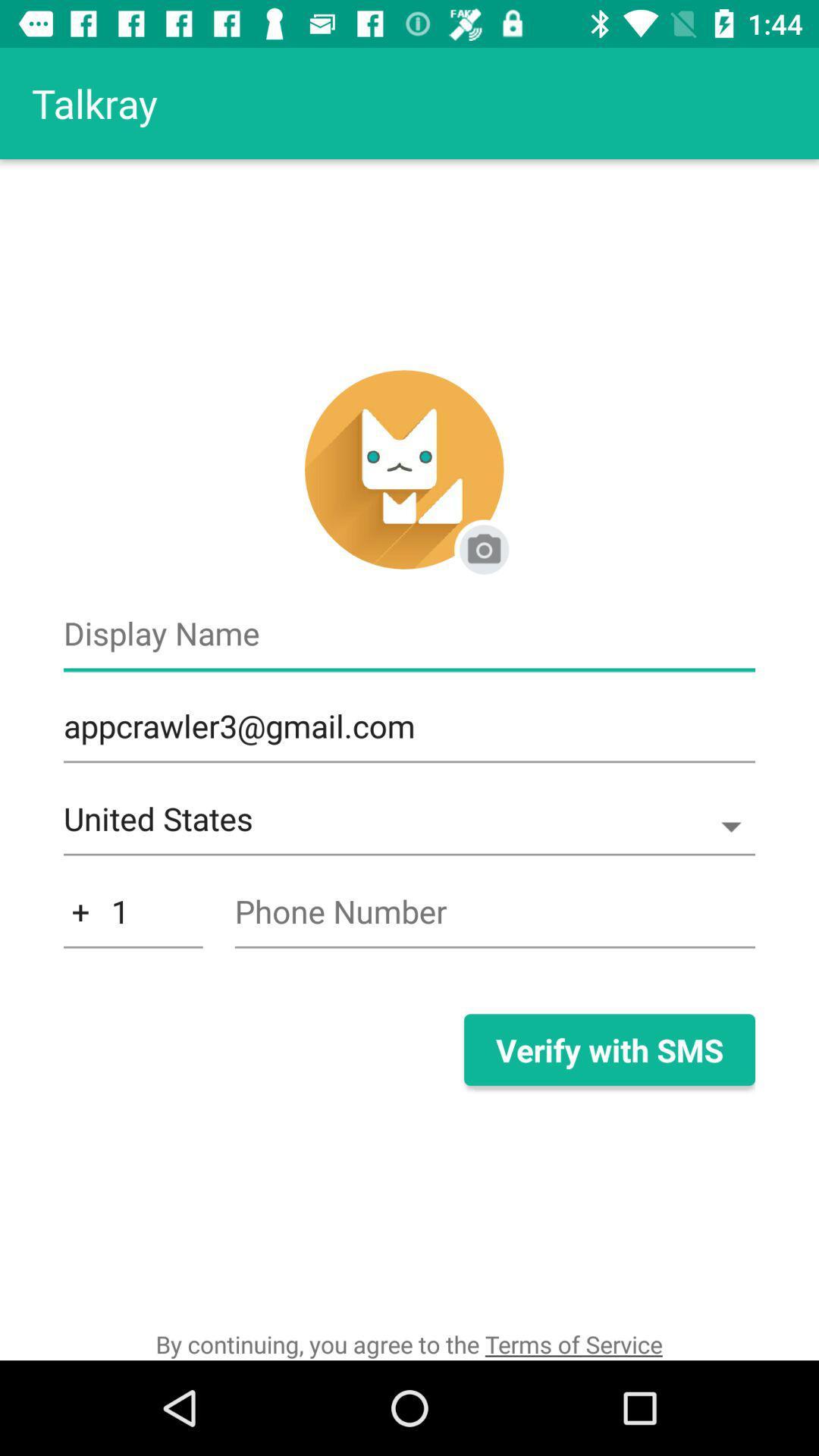 Image resolution: width=819 pixels, height=1456 pixels. Describe the element at coordinates (608, 1049) in the screenshot. I see `item above the by continuing you item` at that location.